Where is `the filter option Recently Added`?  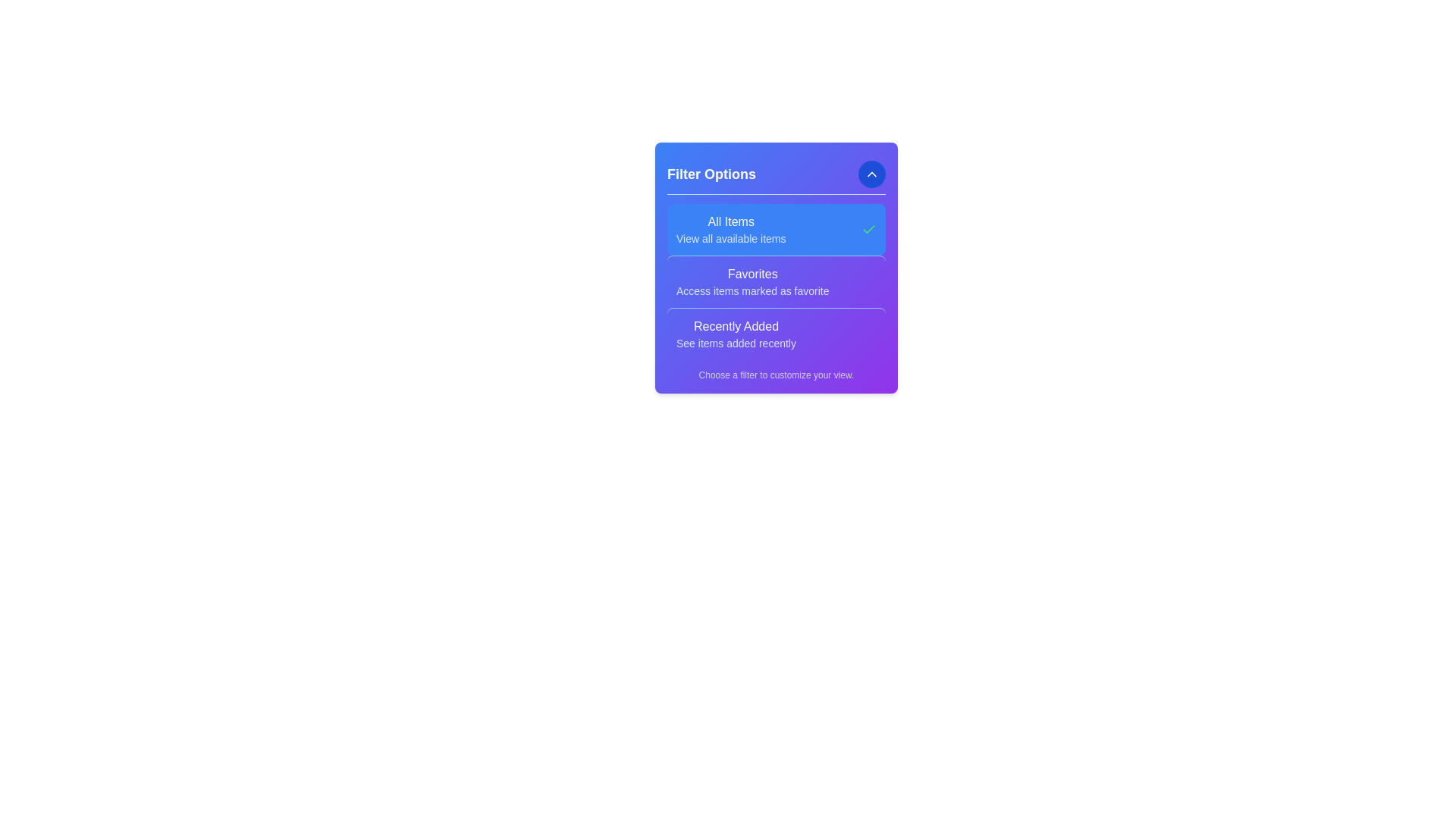
the filter option Recently Added is located at coordinates (736, 333).